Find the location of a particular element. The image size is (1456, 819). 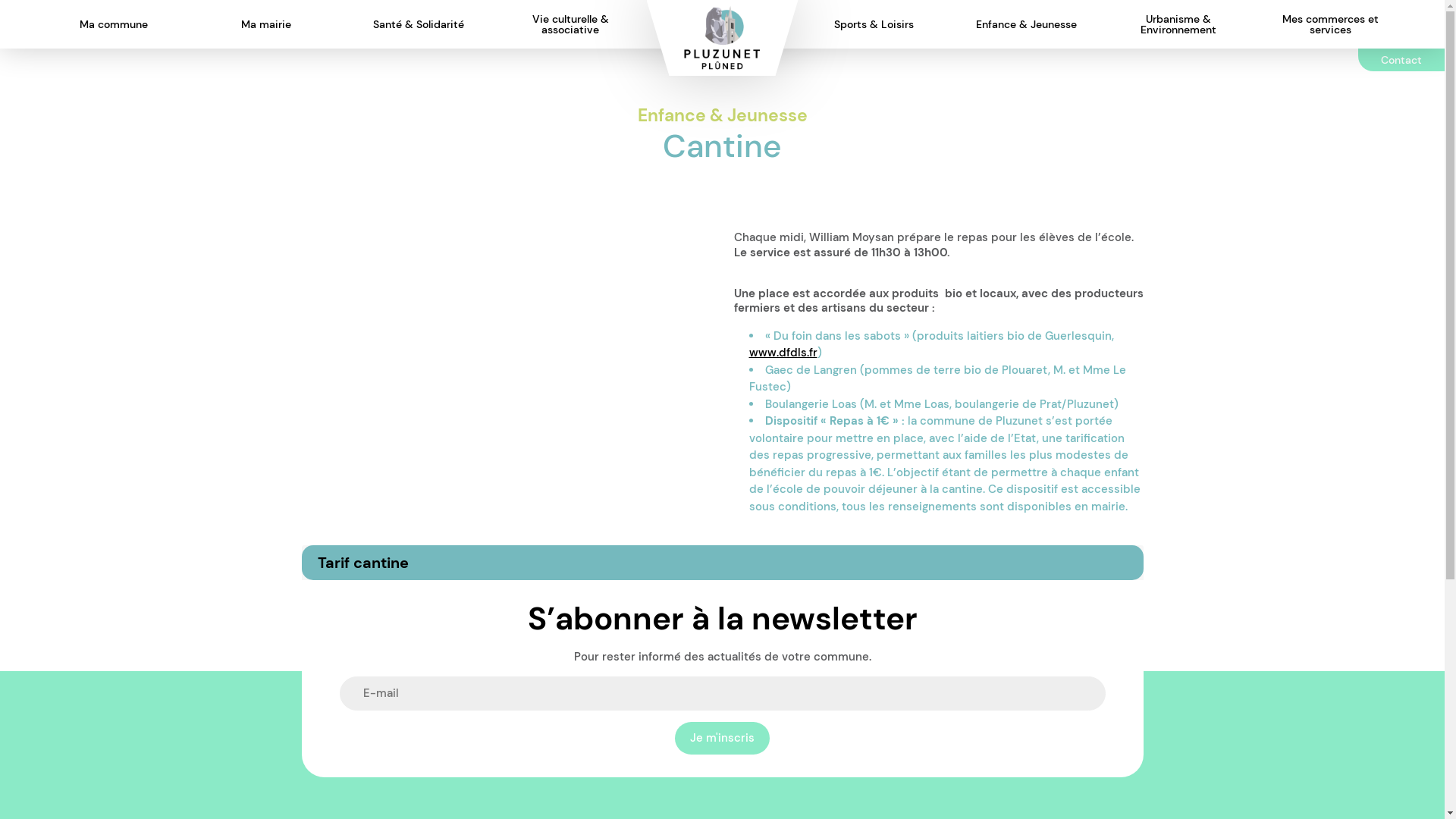

'Sports & Loisirs' is located at coordinates (818, 24).